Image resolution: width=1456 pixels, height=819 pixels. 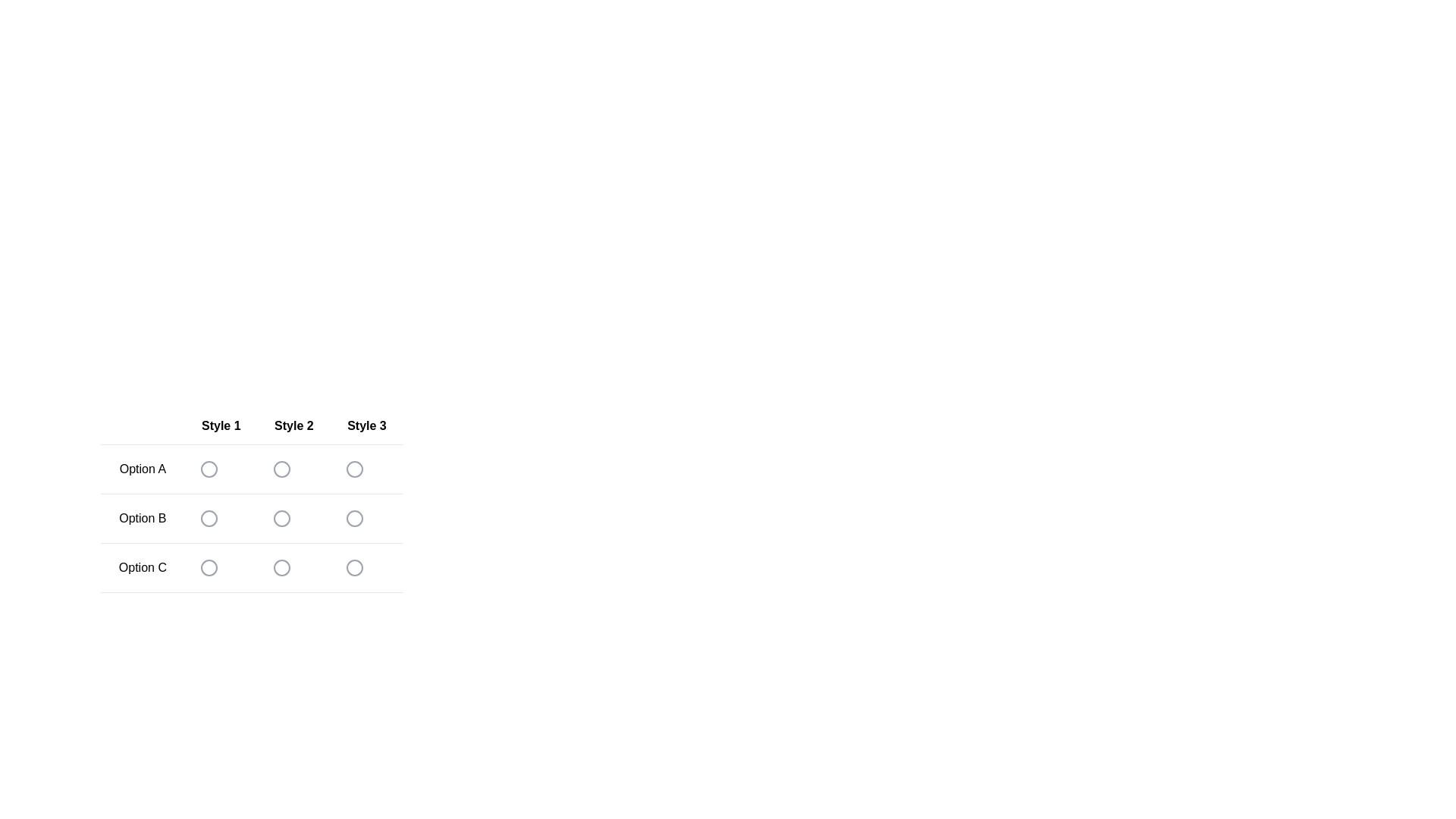 I want to click on the radio button for 'Option C' under 'Style 3', so click(x=367, y=567).